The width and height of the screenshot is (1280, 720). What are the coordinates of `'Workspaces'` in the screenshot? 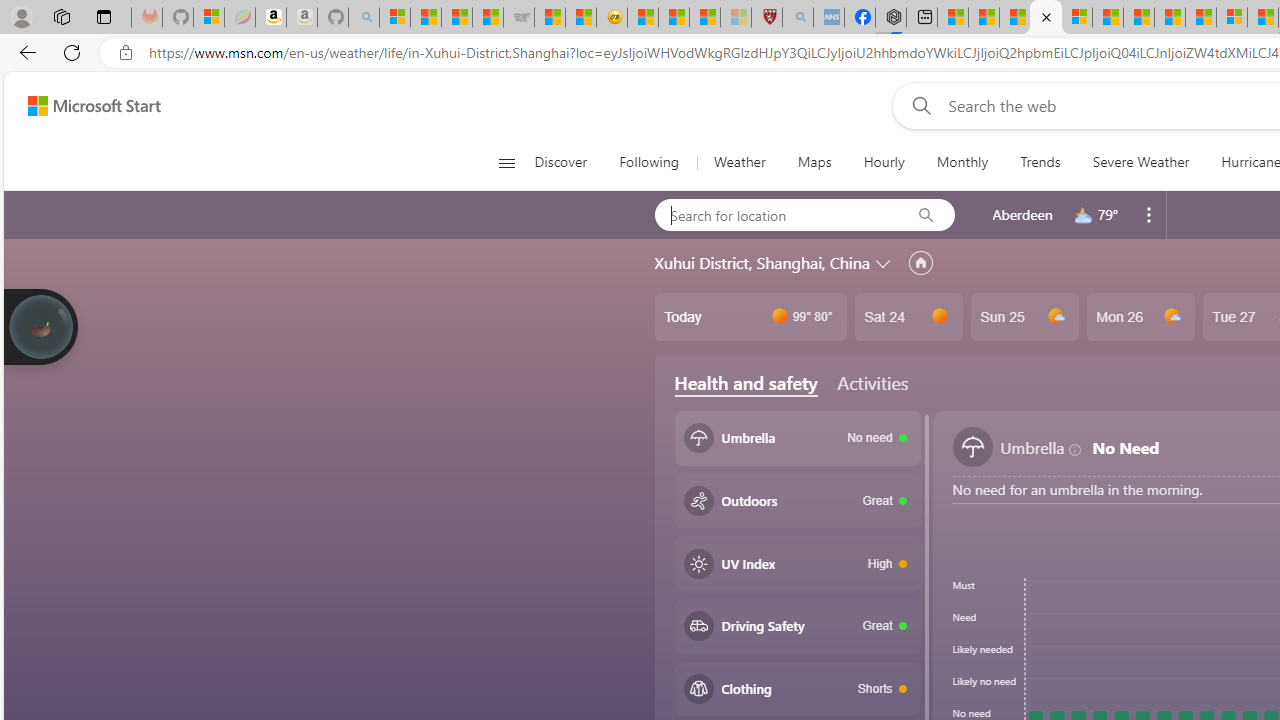 It's located at (61, 16).